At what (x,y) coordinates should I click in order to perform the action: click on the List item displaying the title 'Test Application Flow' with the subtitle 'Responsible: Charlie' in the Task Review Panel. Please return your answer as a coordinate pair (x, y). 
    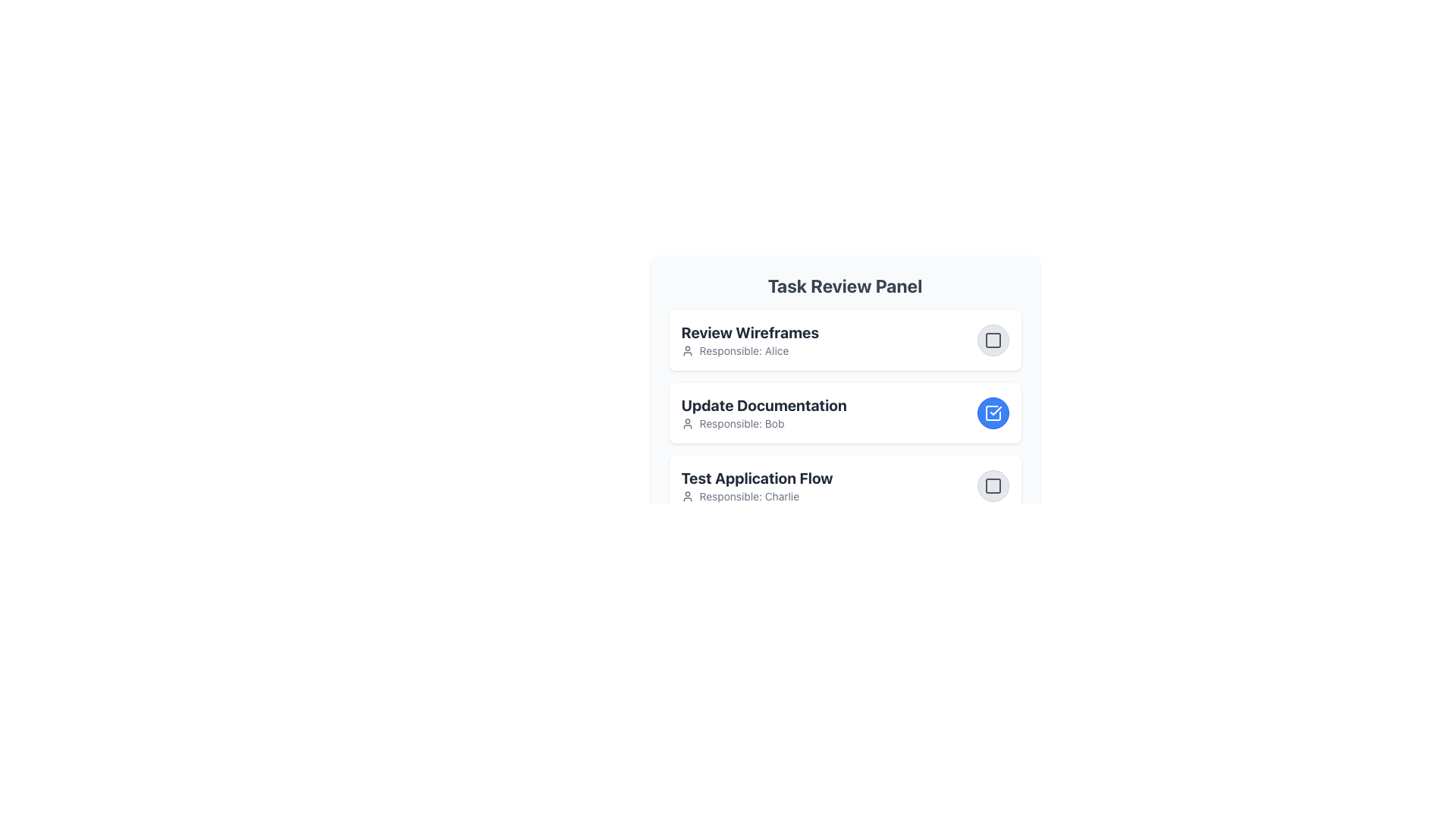
    Looking at the image, I should click on (757, 485).